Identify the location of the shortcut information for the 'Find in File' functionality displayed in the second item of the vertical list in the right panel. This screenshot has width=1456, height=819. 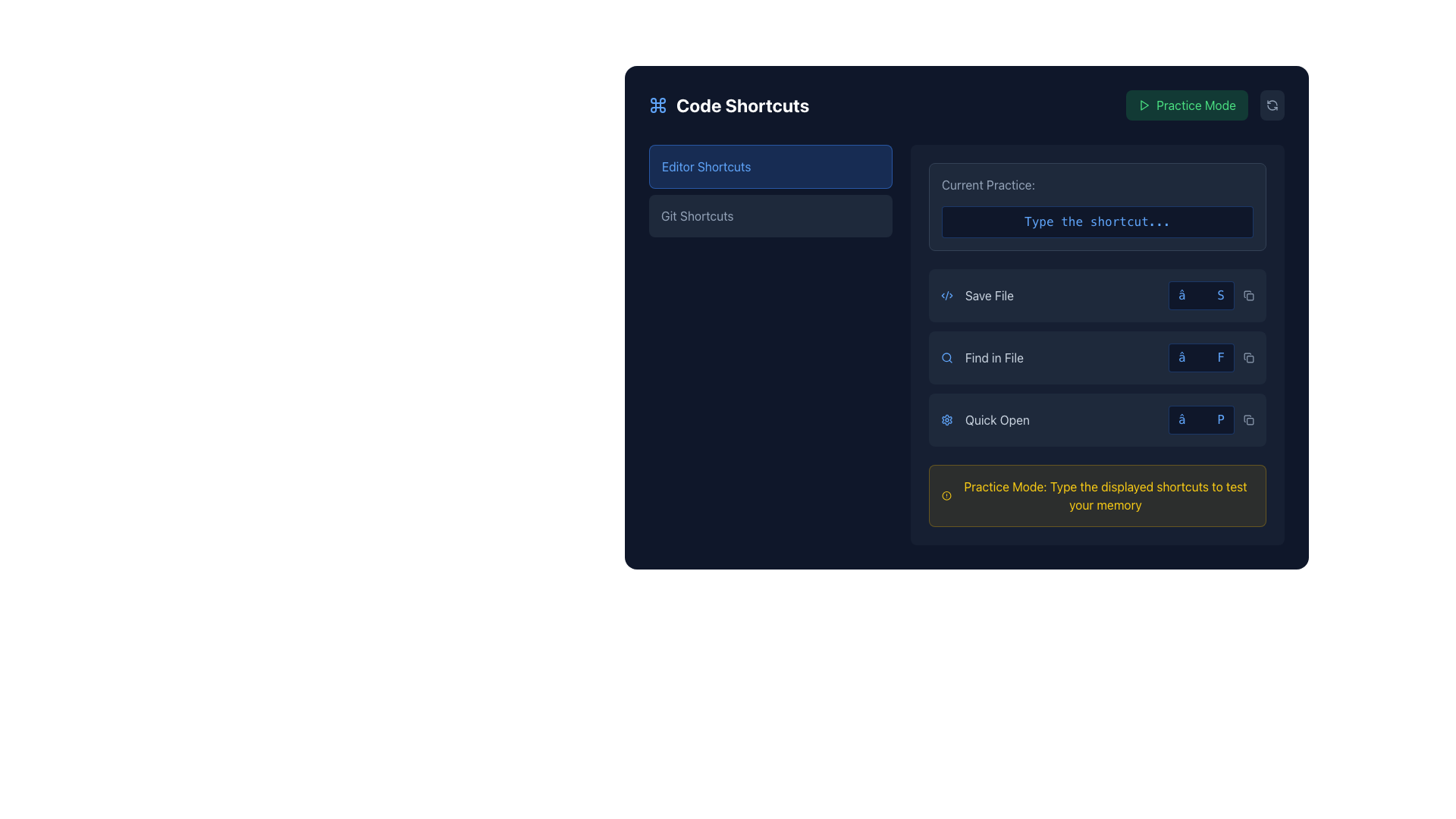
(1097, 357).